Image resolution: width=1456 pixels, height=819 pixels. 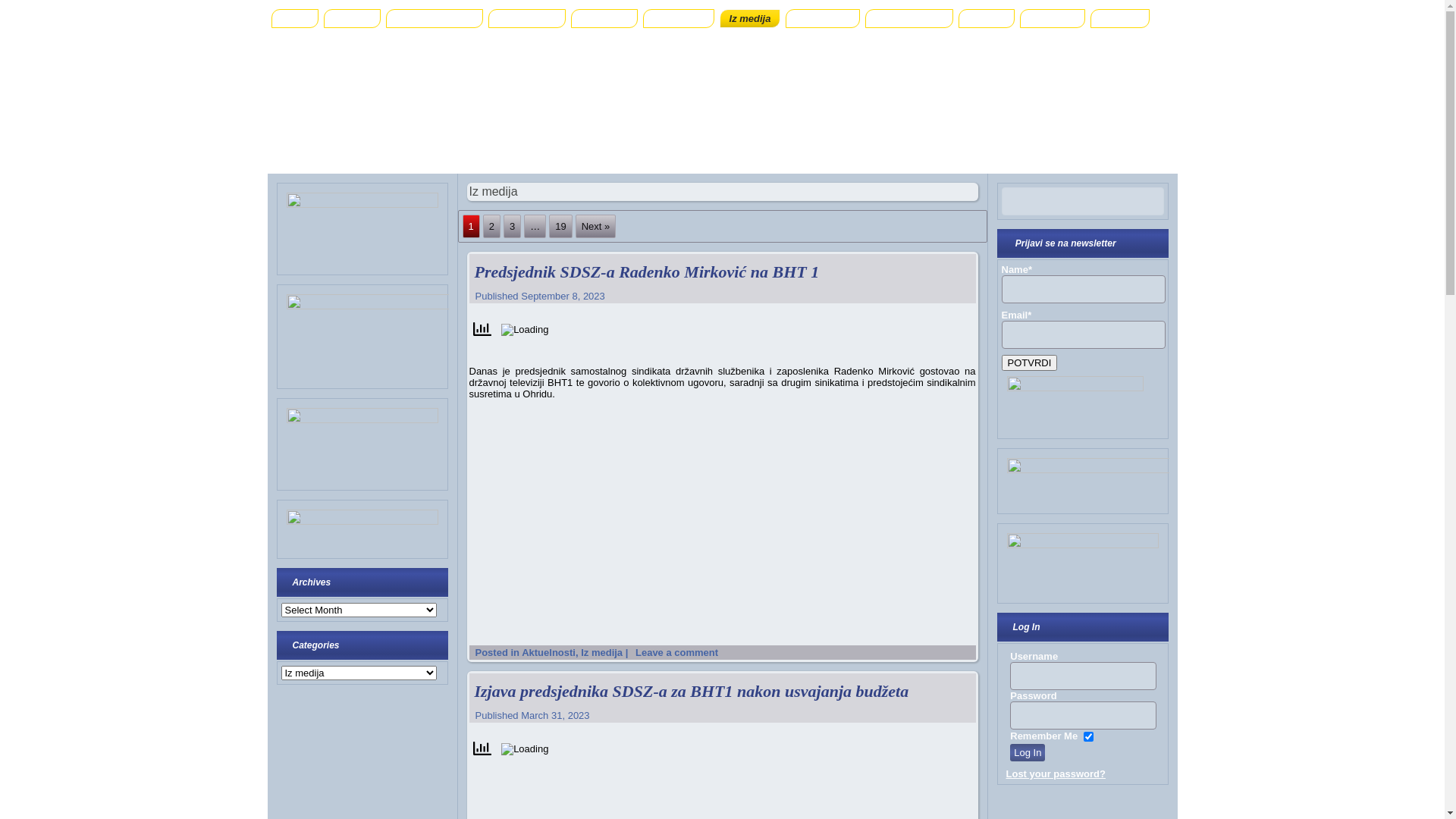 What do you see at coordinates (603, 18) in the screenshot?
I see `'Skupstine'` at bounding box center [603, 18].